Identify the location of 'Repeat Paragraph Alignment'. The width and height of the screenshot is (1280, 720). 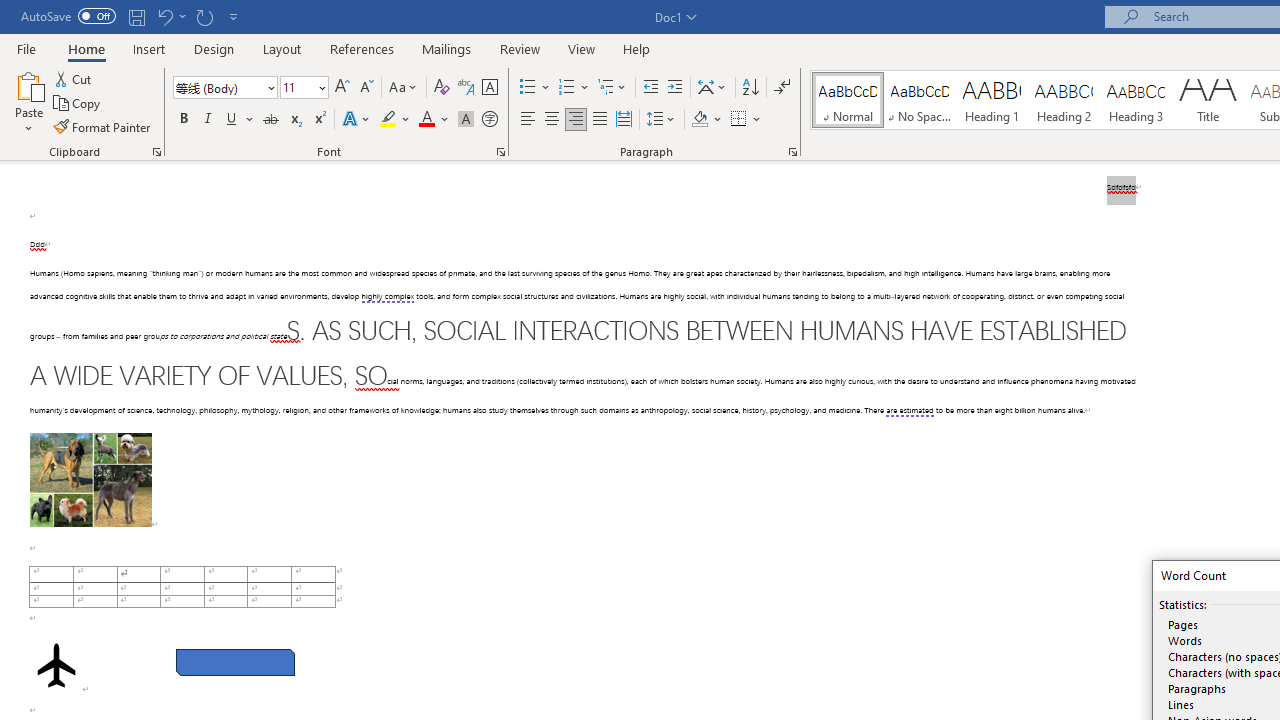
(204, 16).